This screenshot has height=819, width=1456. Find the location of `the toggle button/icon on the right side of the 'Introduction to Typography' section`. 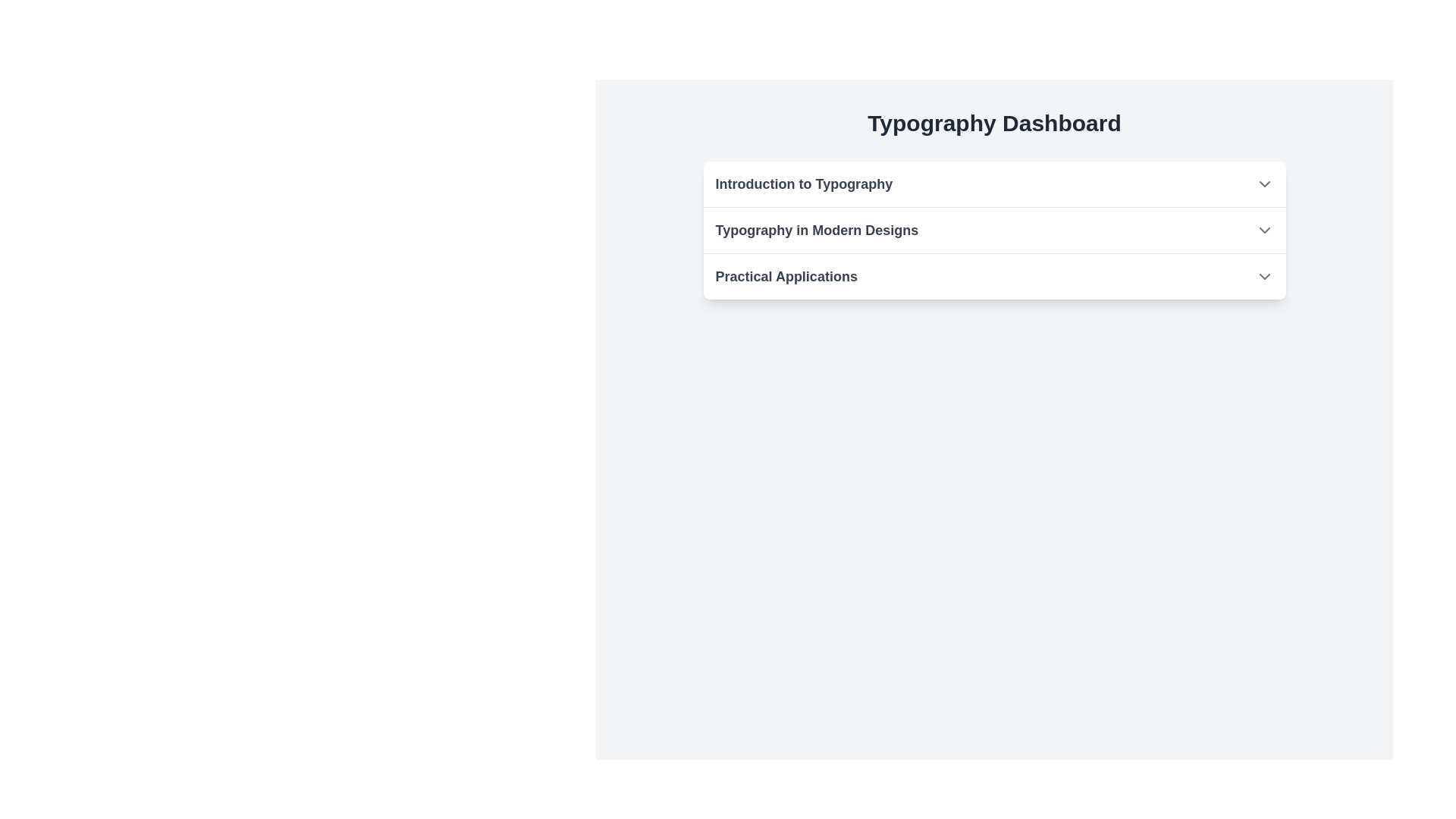

the toggle button/icon on the right side of the 'Introduction to Typography' section is located at coordinates (1264, 184).